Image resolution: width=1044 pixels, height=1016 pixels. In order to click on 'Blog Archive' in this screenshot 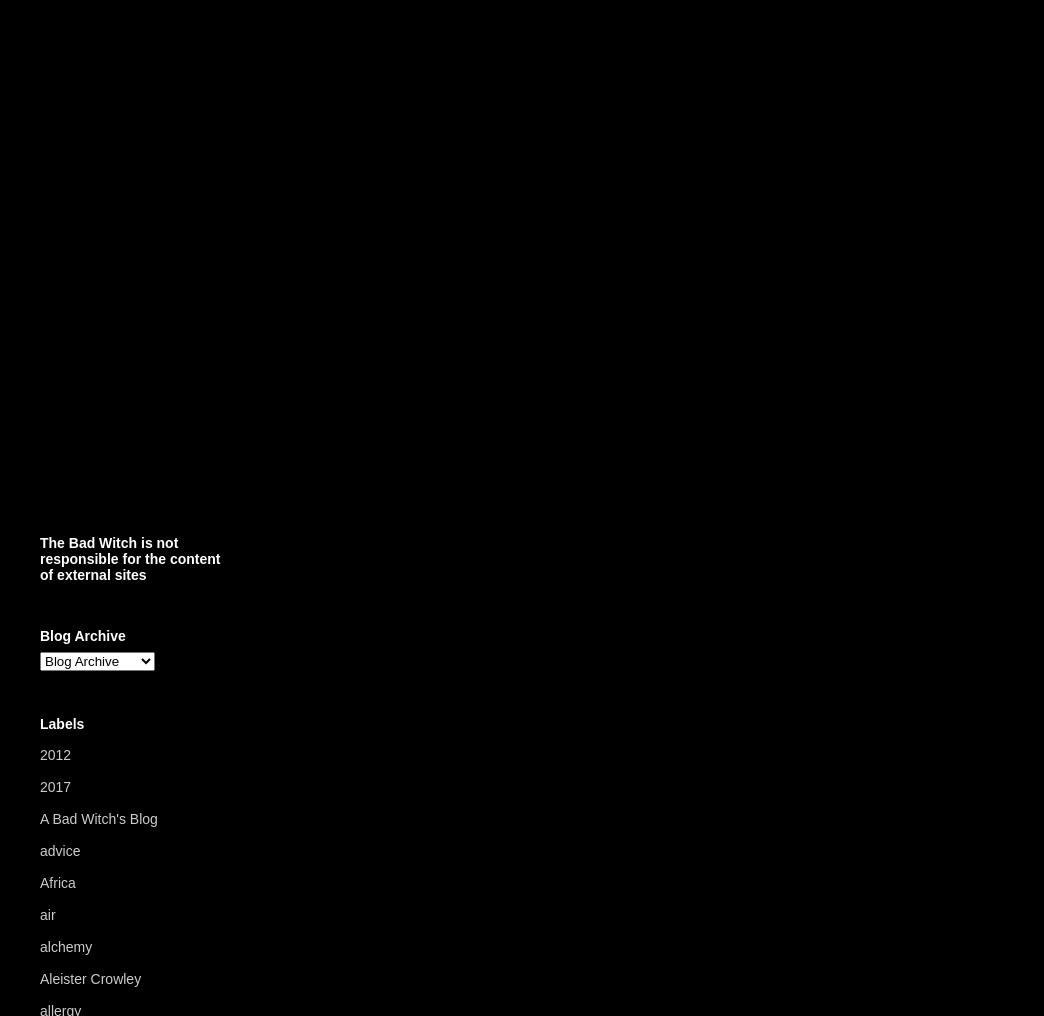, I will do `click(82, 635)`.